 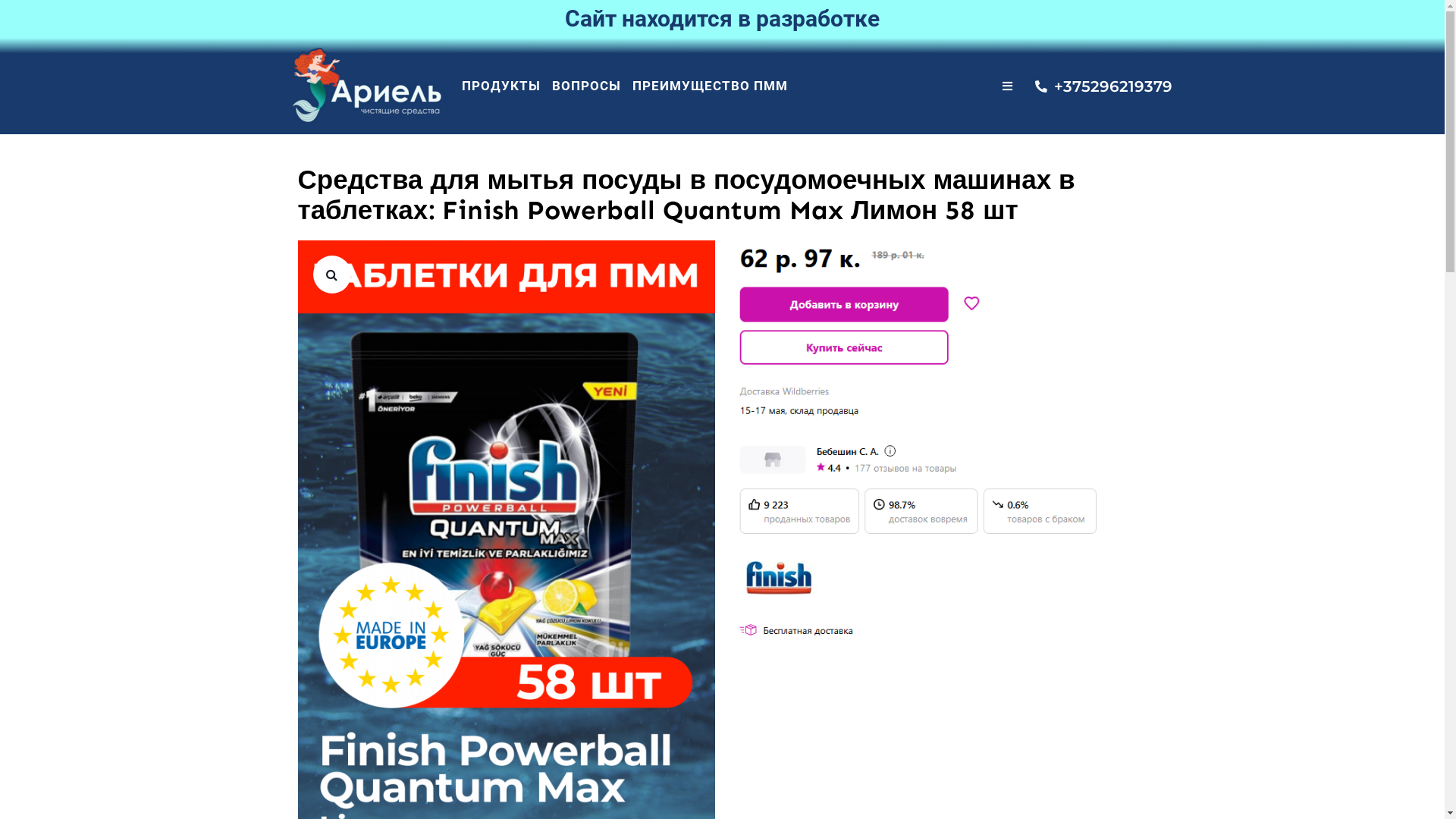 What do you see at coordinates (1034, 86) in the screenshot?
I see `'+375296219379'` at bounding box center [1034, 86].